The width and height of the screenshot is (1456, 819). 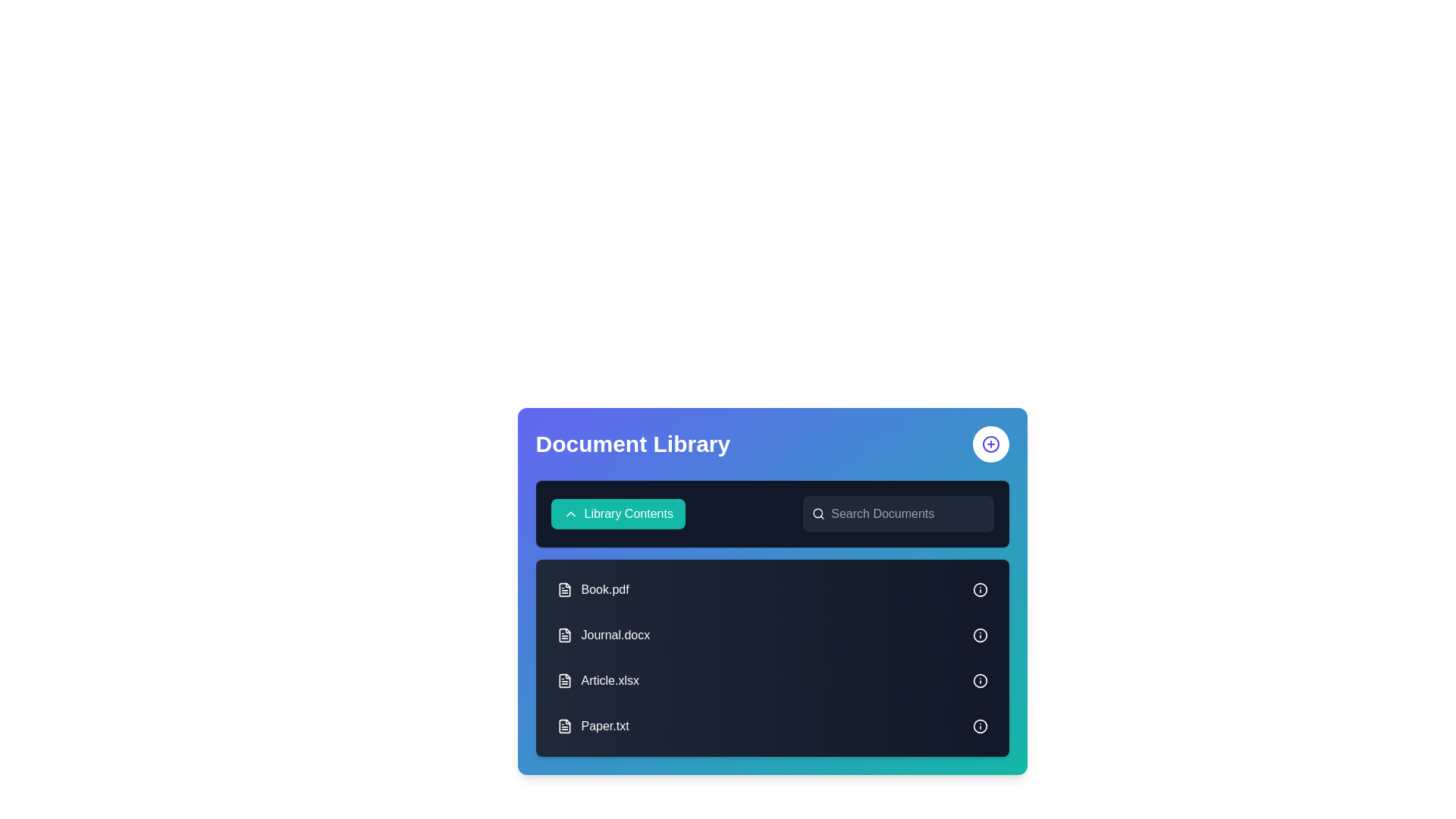 What do you see at coordinates (772, 657) in the screenshot?
I see `the file list panel located centrally in the 'Document Library'` at bounding box center [772, 657].